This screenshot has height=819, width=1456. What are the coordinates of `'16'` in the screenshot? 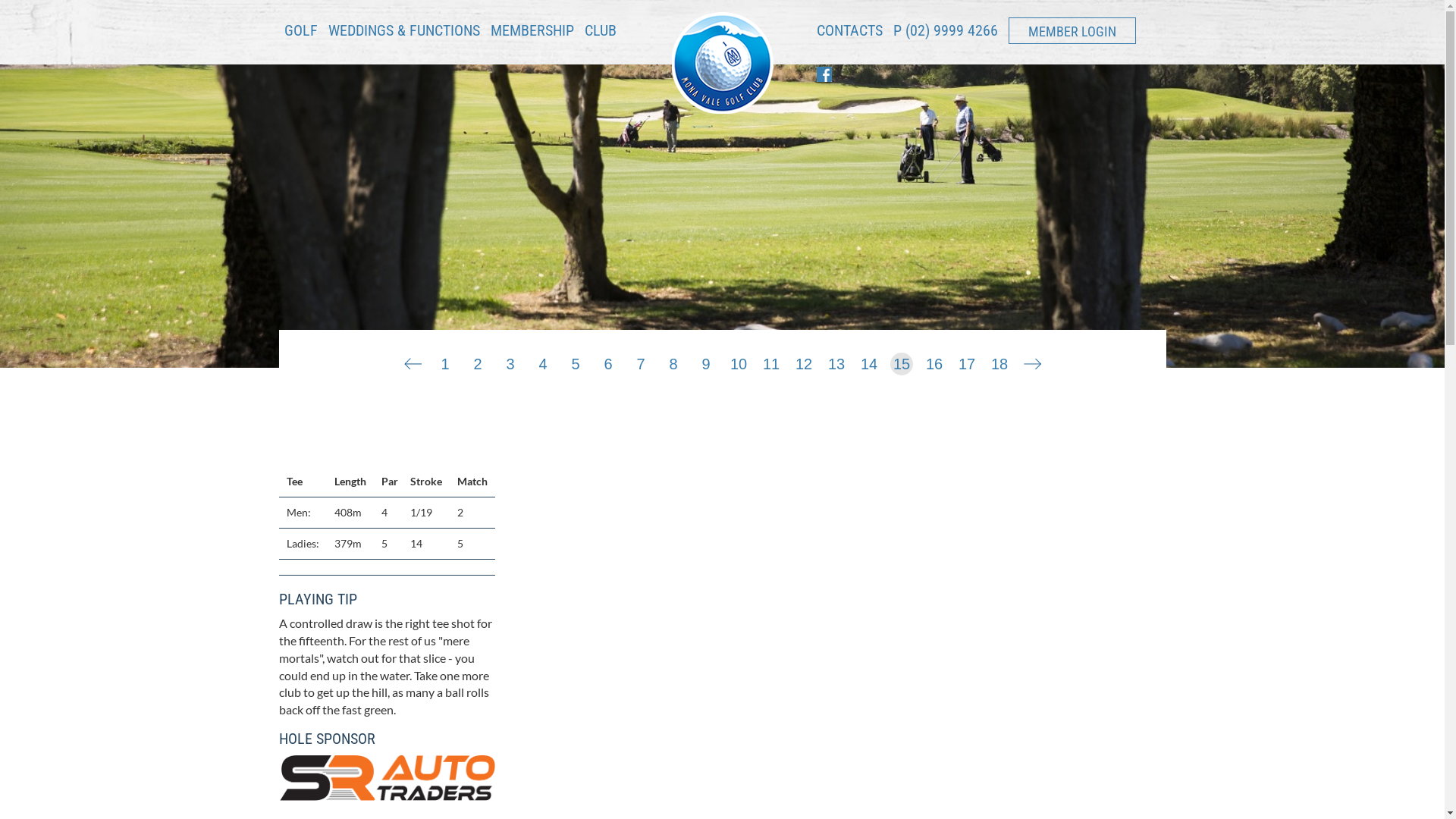 It's located at (934, 360).